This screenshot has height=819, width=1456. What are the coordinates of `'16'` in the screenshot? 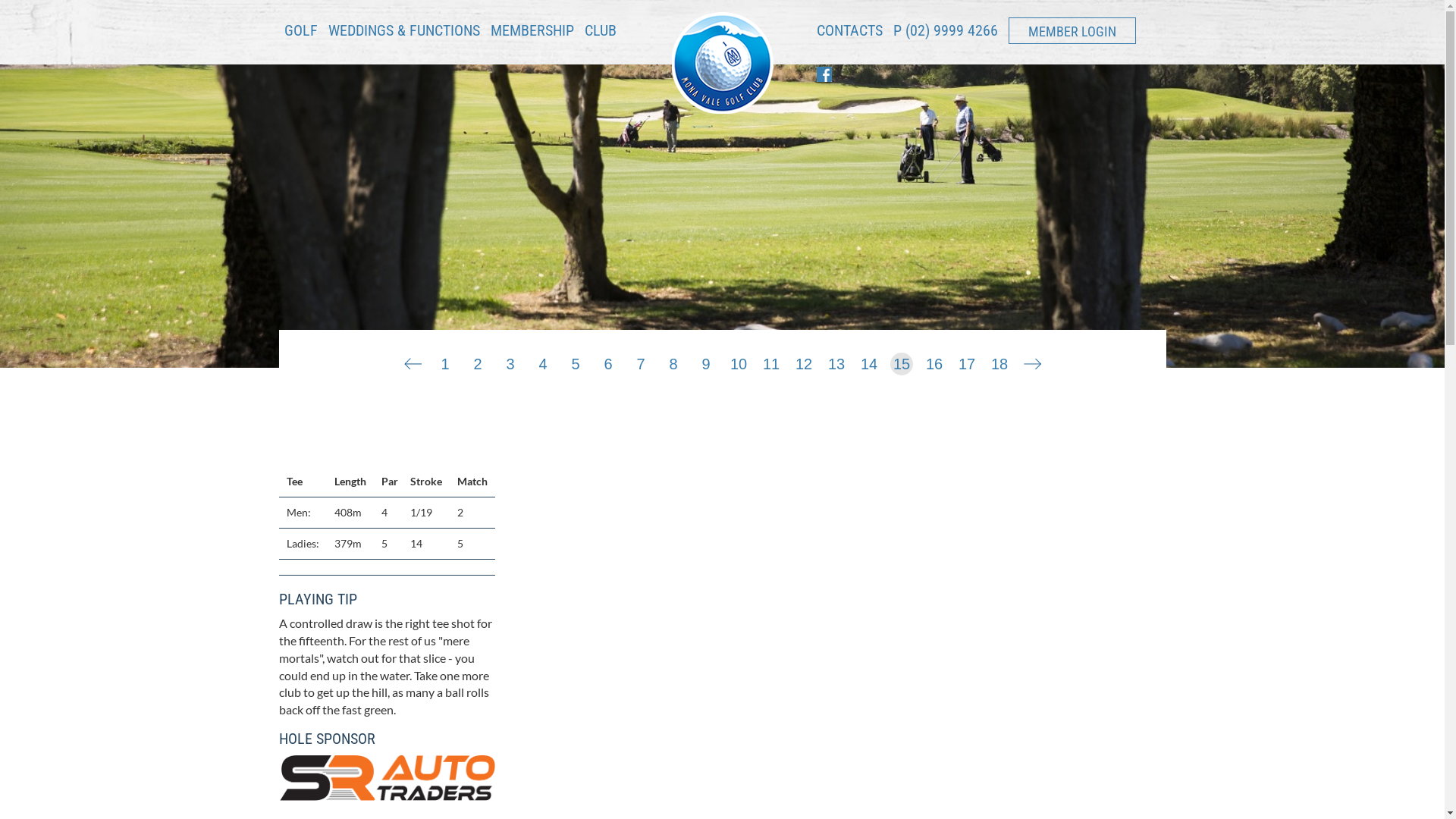 It's located at (934, 360).